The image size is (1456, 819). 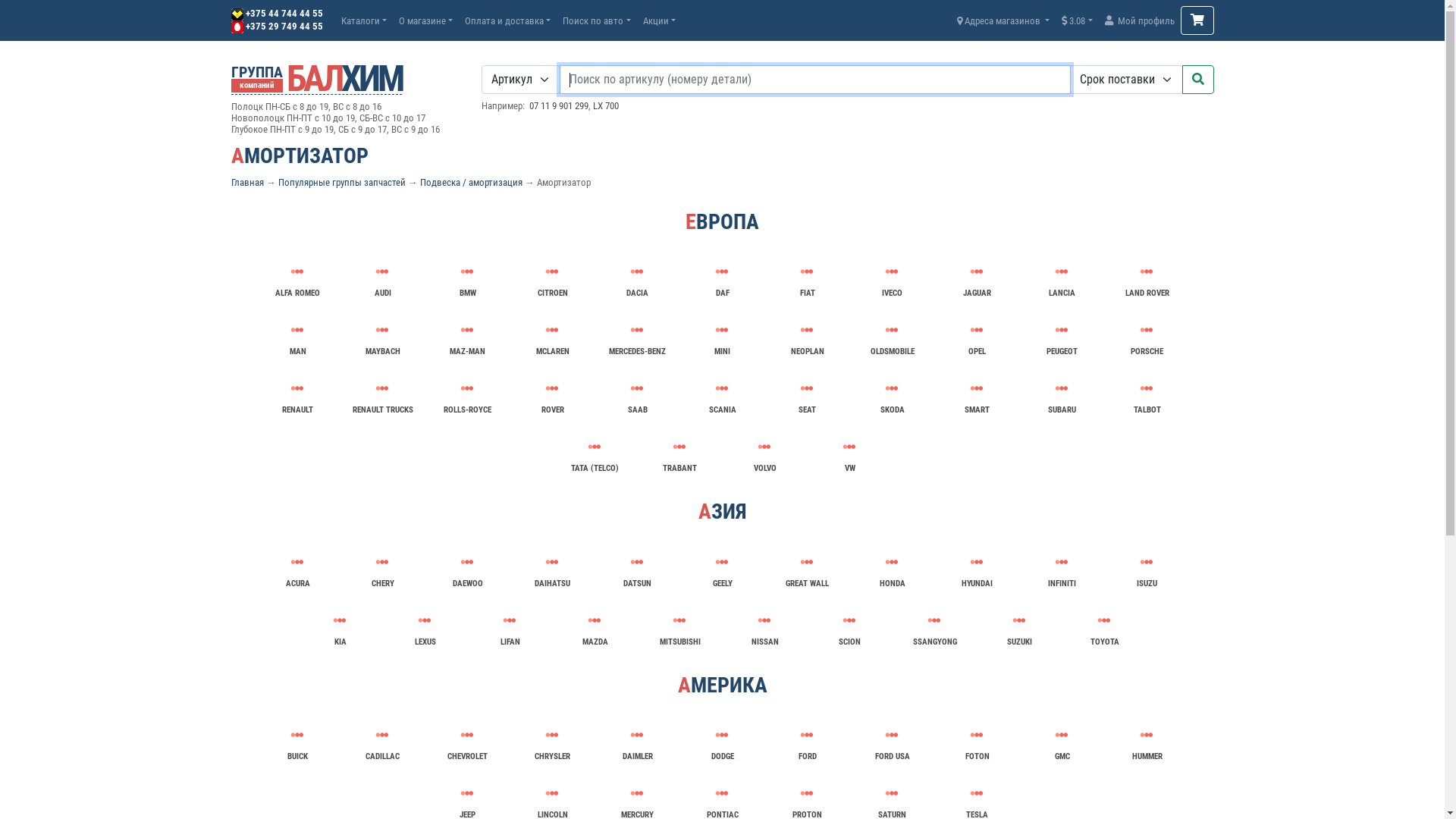 What do you see at coordinates (551, 739) in the screenshot?
I see `'CHRYSLER'` at bounding box center [551, 739].